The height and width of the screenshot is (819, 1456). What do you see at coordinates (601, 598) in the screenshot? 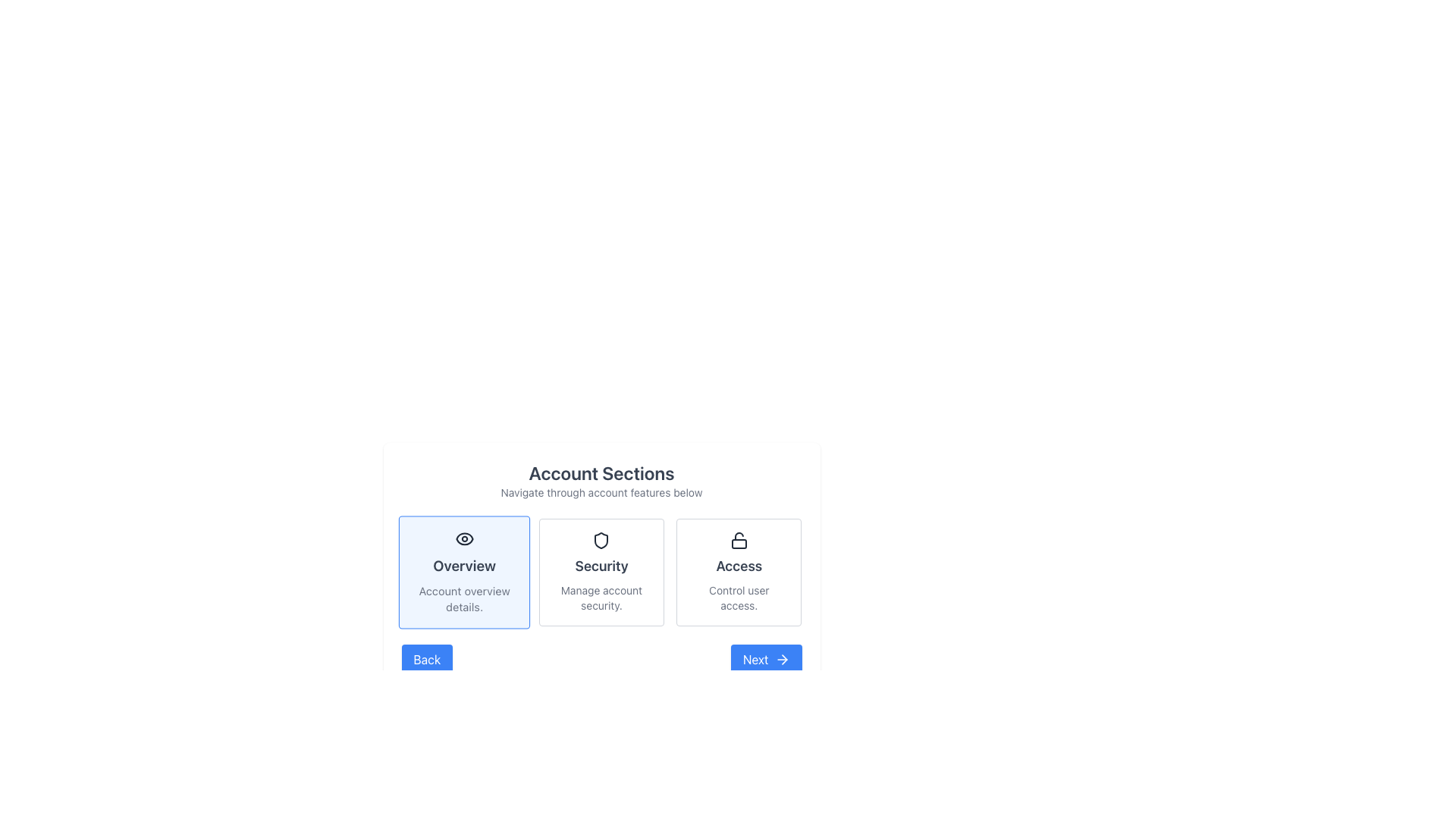
I see `the descriptive text label related to the 'Security' section that provides guidance on managing account security settings, located below the 'Security' title and icon` at bounding box center [601, 598].